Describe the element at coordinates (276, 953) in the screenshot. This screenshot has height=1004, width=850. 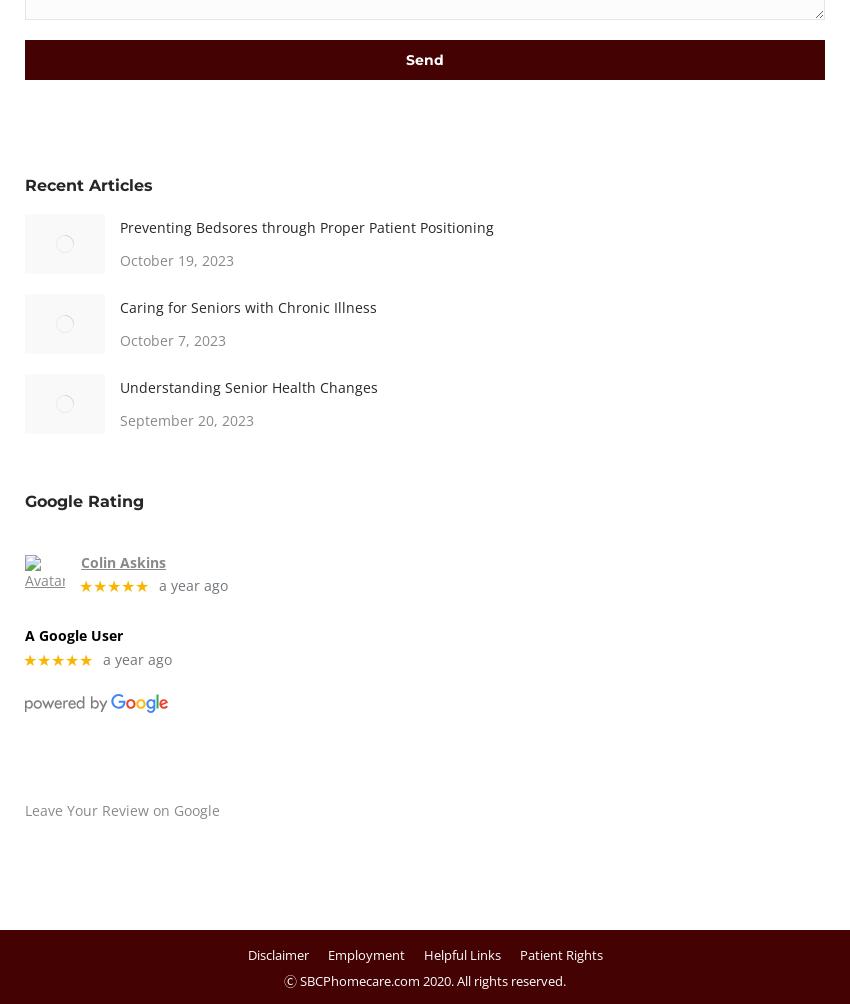
I see `'Disclaimer'` at that location.